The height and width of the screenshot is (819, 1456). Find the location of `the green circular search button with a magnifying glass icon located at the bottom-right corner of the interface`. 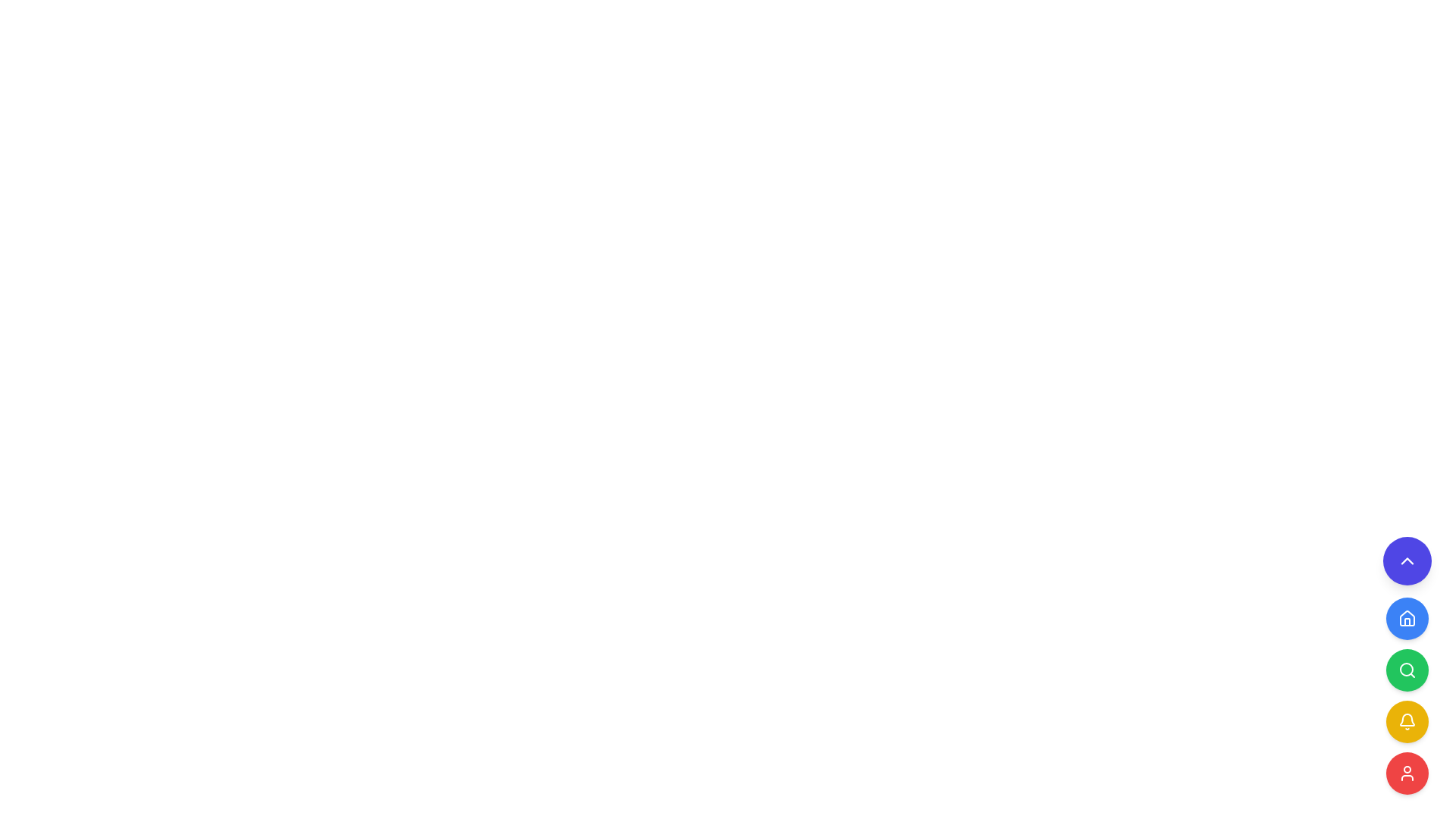

the green circular search button with a magnifying glass icon located at the bottom-right corner of the interface is located at coordinates (1407, 665).